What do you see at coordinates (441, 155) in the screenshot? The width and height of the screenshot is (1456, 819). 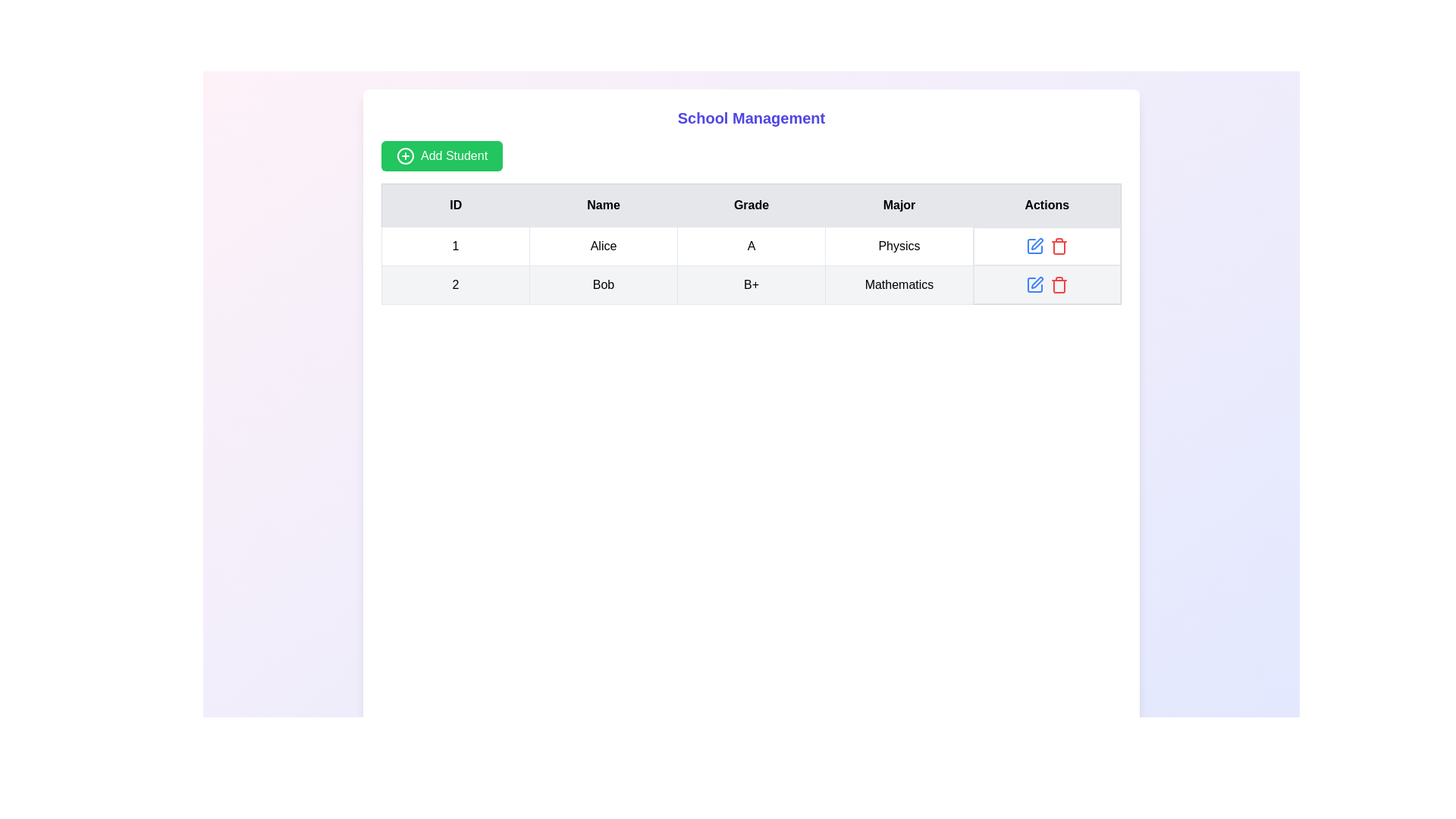 I see `the green rectangular 'Add Student' button with rounded corners located below the 'School Management' title to initiate adding a student` at bounding box center [441, 155].